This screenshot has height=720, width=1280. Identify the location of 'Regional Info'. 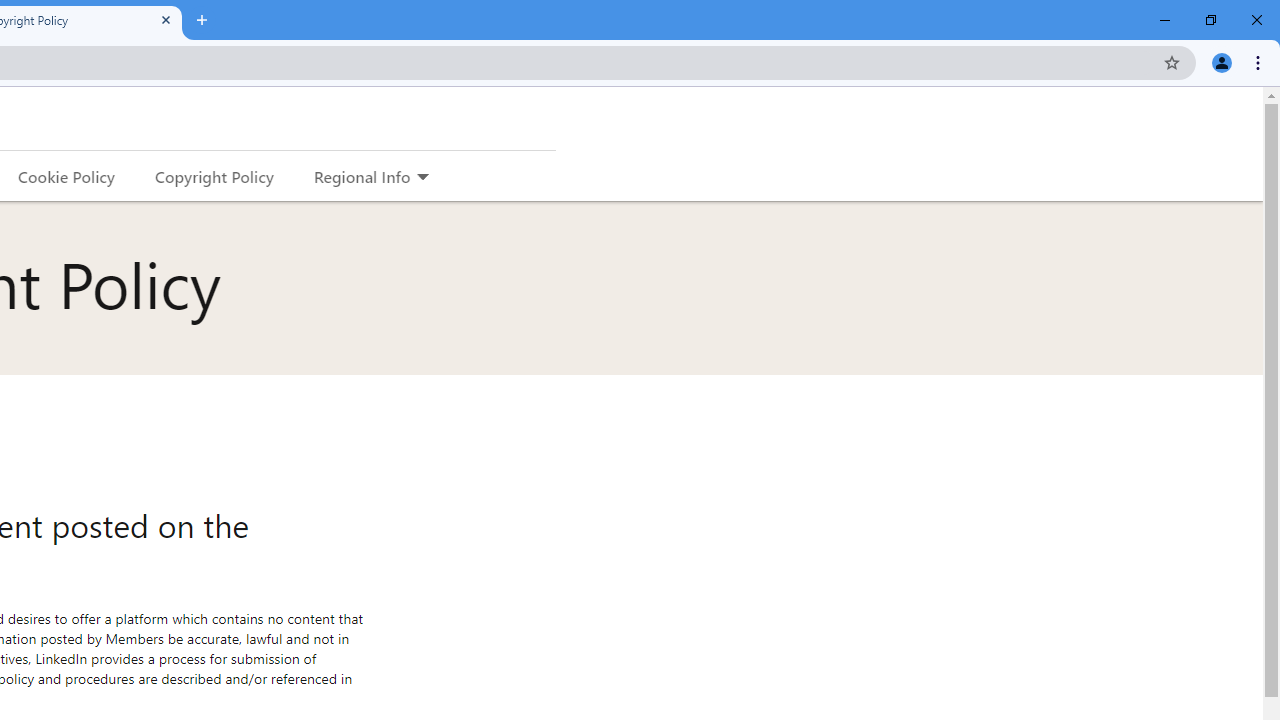
(362, 175).